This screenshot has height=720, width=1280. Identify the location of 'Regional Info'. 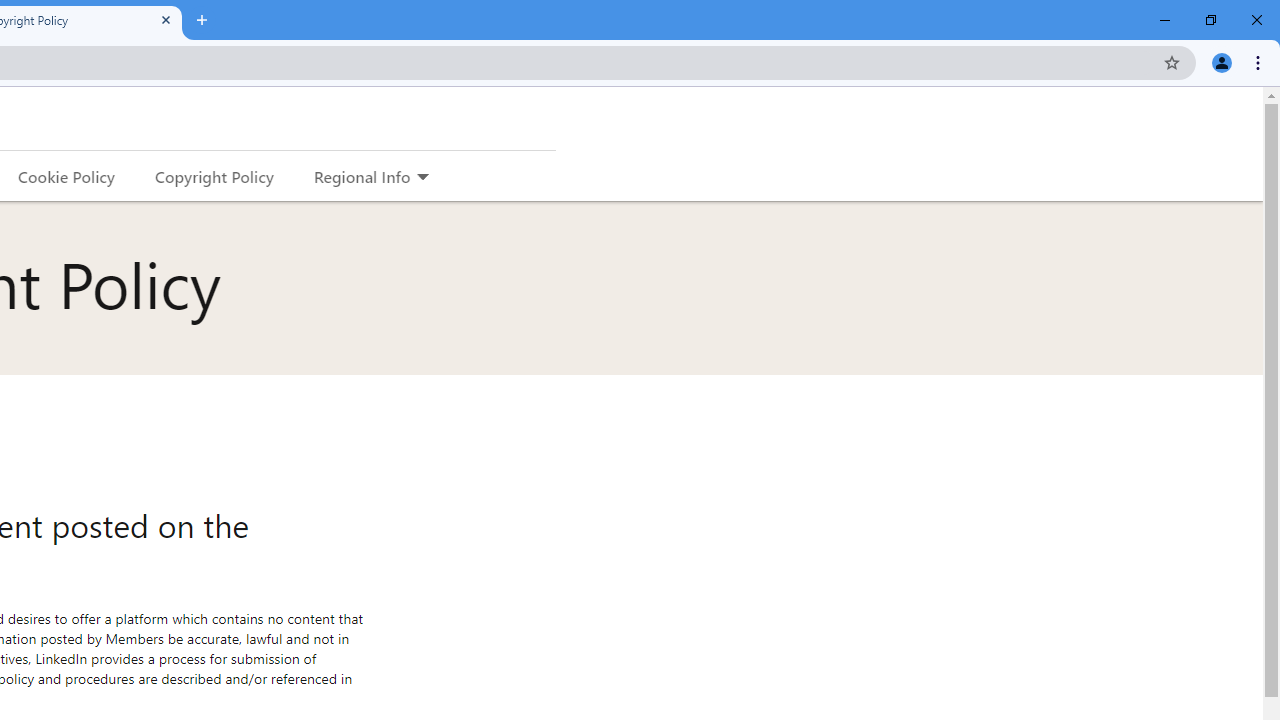
(362, 175).